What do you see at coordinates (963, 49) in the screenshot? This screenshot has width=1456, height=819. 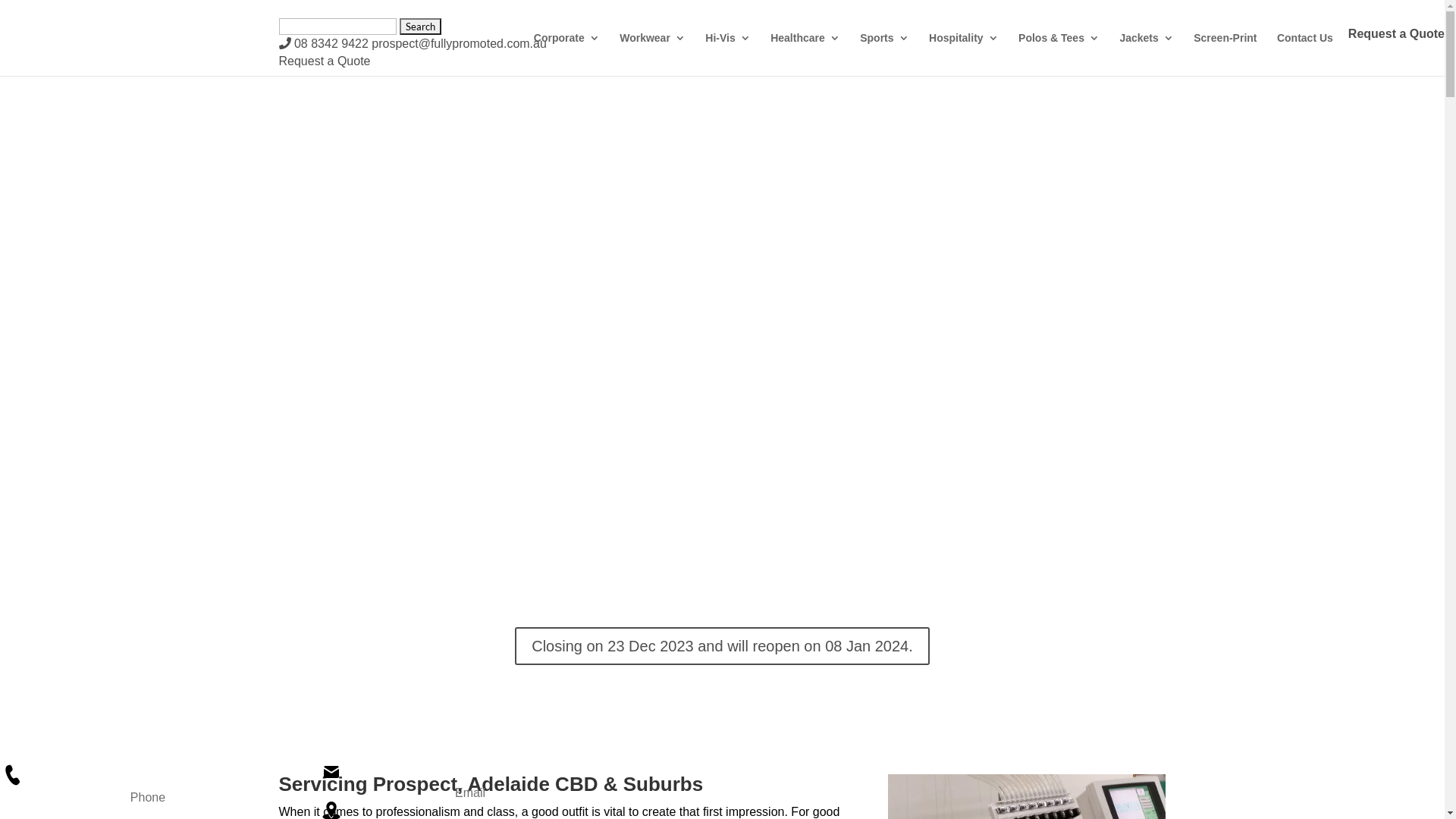 I see `'Hospitality'` at bounding box center [963, 49].